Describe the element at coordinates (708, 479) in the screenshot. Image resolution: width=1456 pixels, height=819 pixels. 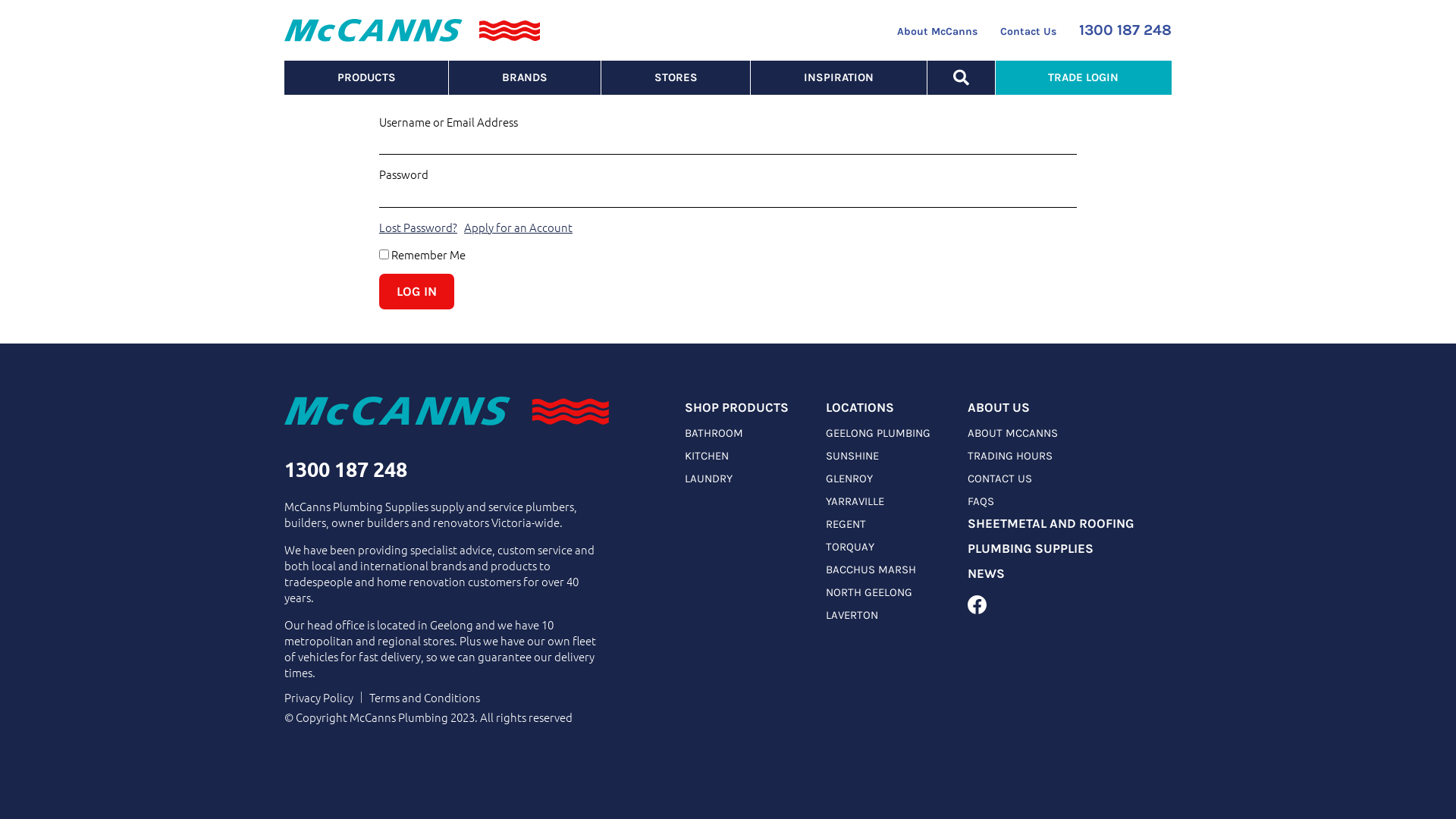
I see `'LAUNDRY'` at that location.